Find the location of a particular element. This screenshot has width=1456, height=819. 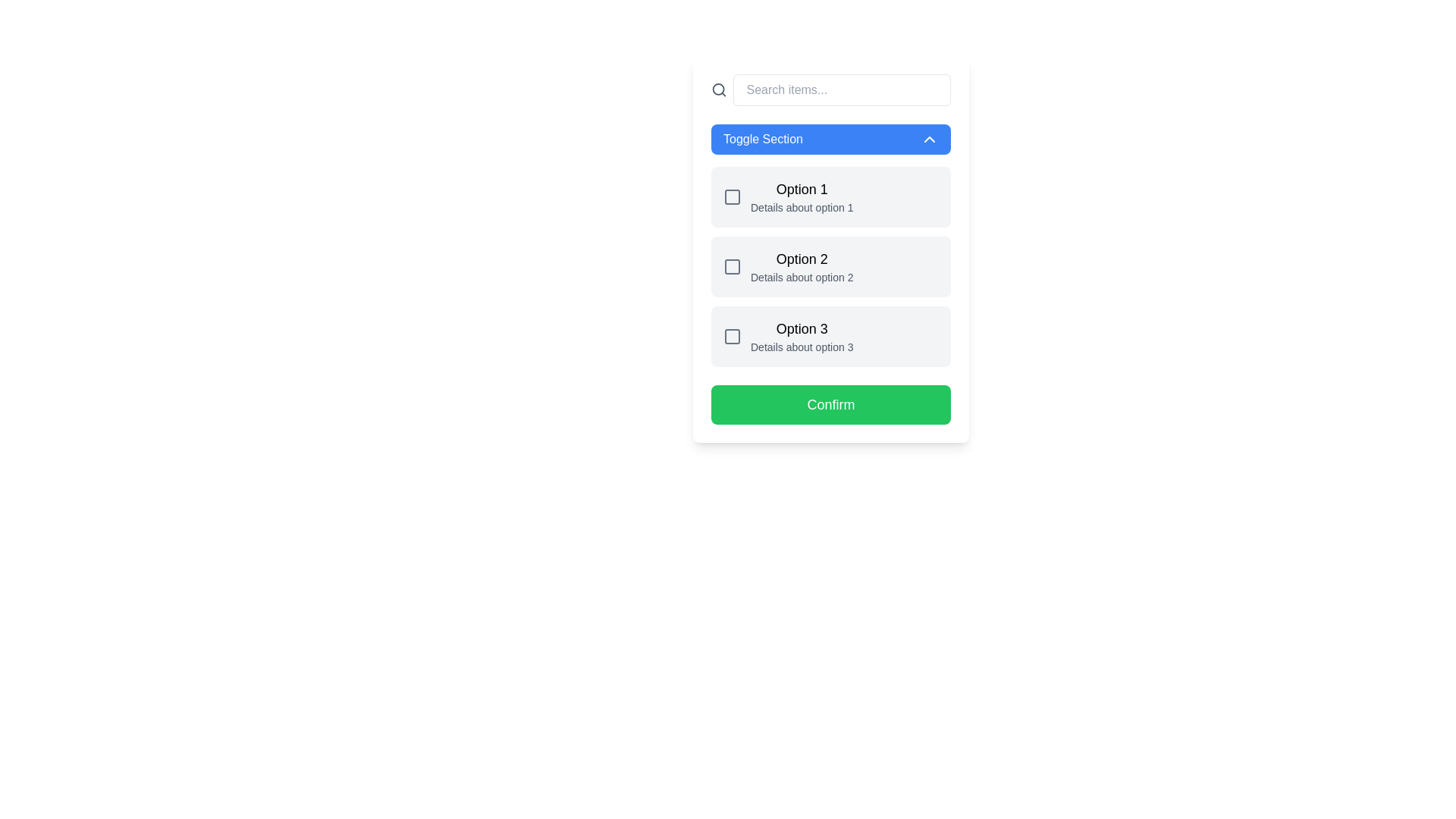

the static text label that provides additional information related to the selection option labeled 'Option 1', located directly below it is located at coordinates (801, 207).